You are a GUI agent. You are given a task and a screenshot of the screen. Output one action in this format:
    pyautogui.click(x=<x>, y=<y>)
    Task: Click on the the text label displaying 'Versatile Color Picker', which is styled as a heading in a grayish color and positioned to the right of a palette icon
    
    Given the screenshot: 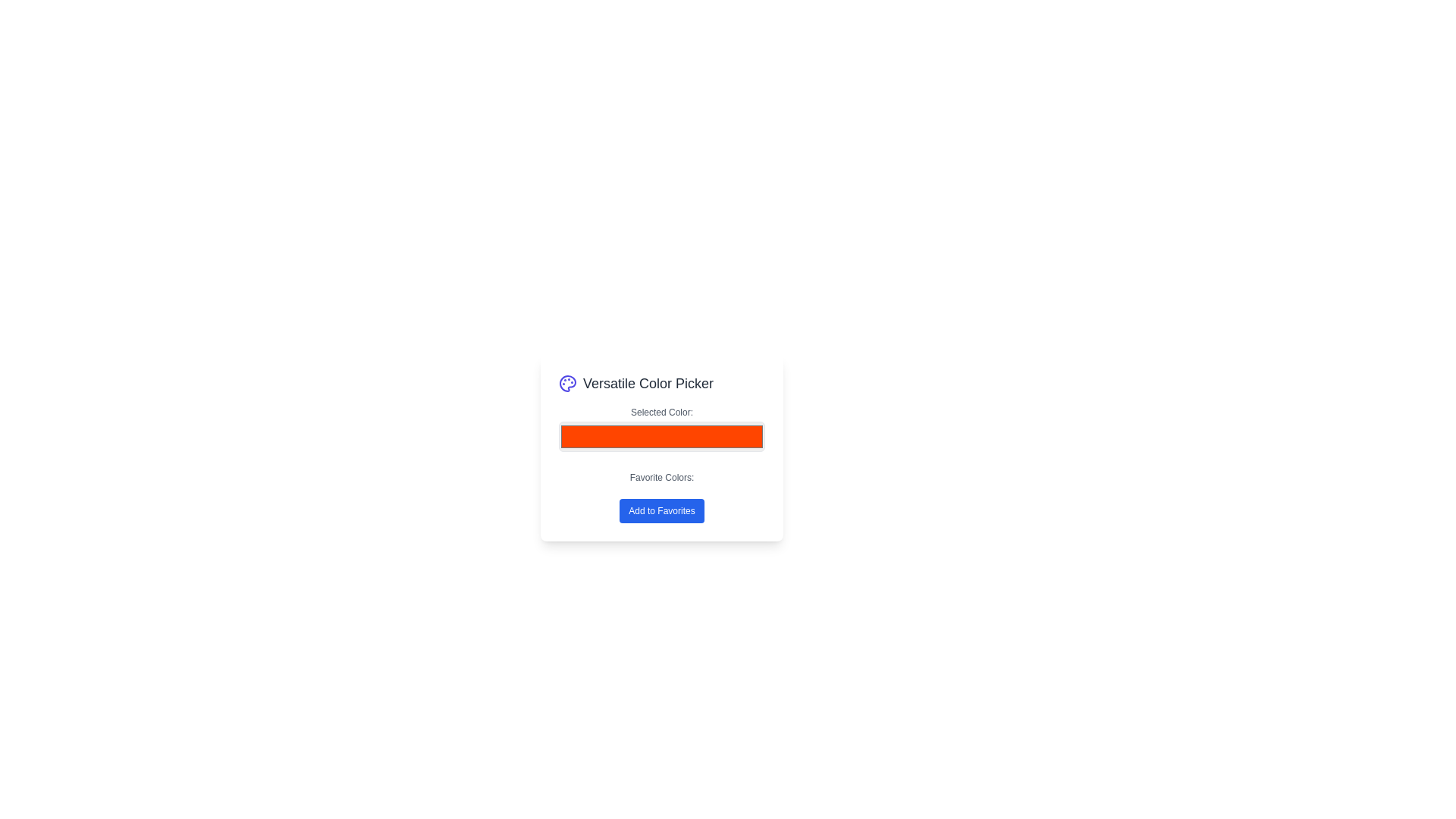 What is the action you would take?
    pyautogui.click(x=648, y=382)
    